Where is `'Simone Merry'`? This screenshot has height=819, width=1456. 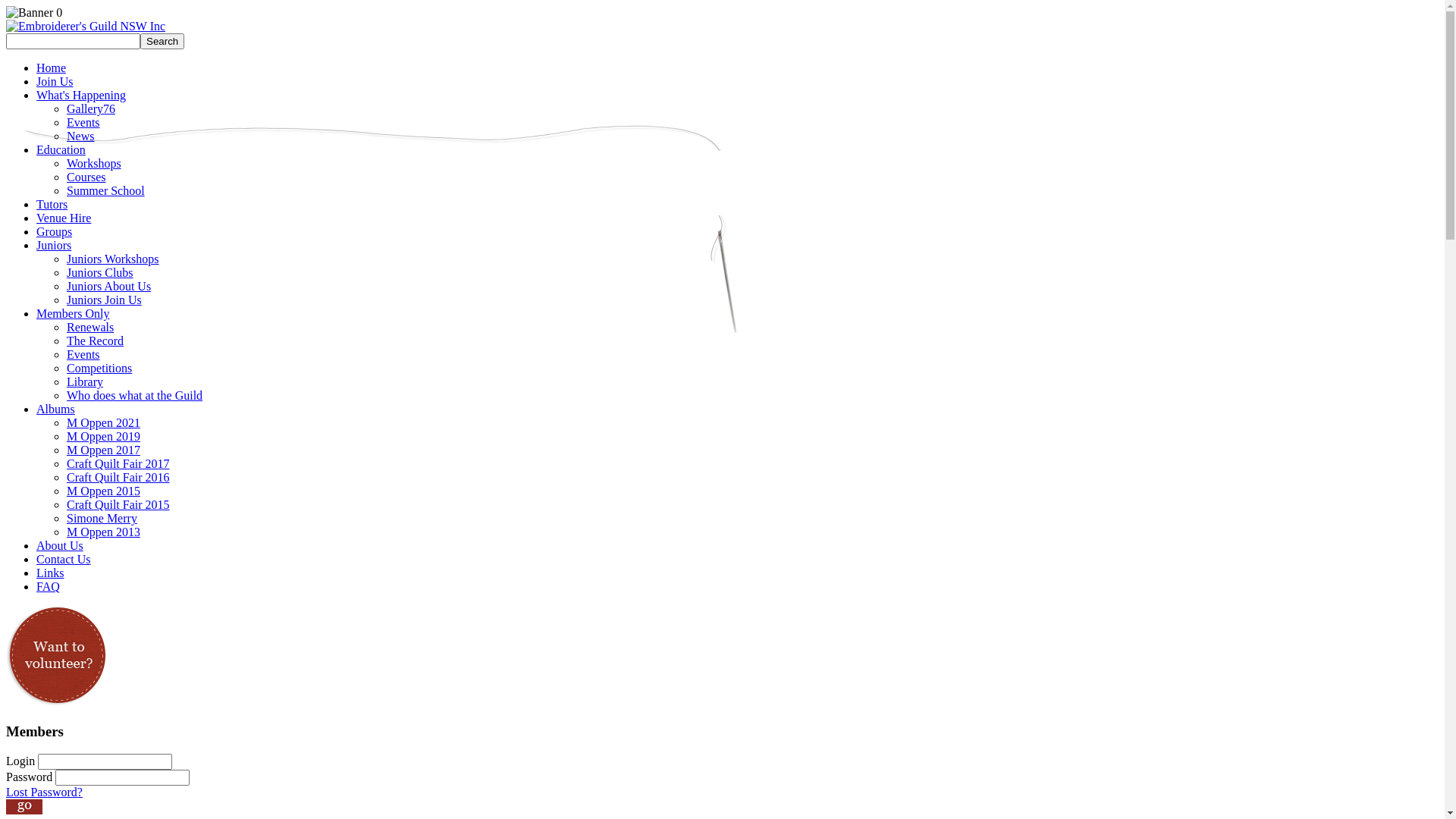 'Simone Merry' is located at coordinates (101, 517).